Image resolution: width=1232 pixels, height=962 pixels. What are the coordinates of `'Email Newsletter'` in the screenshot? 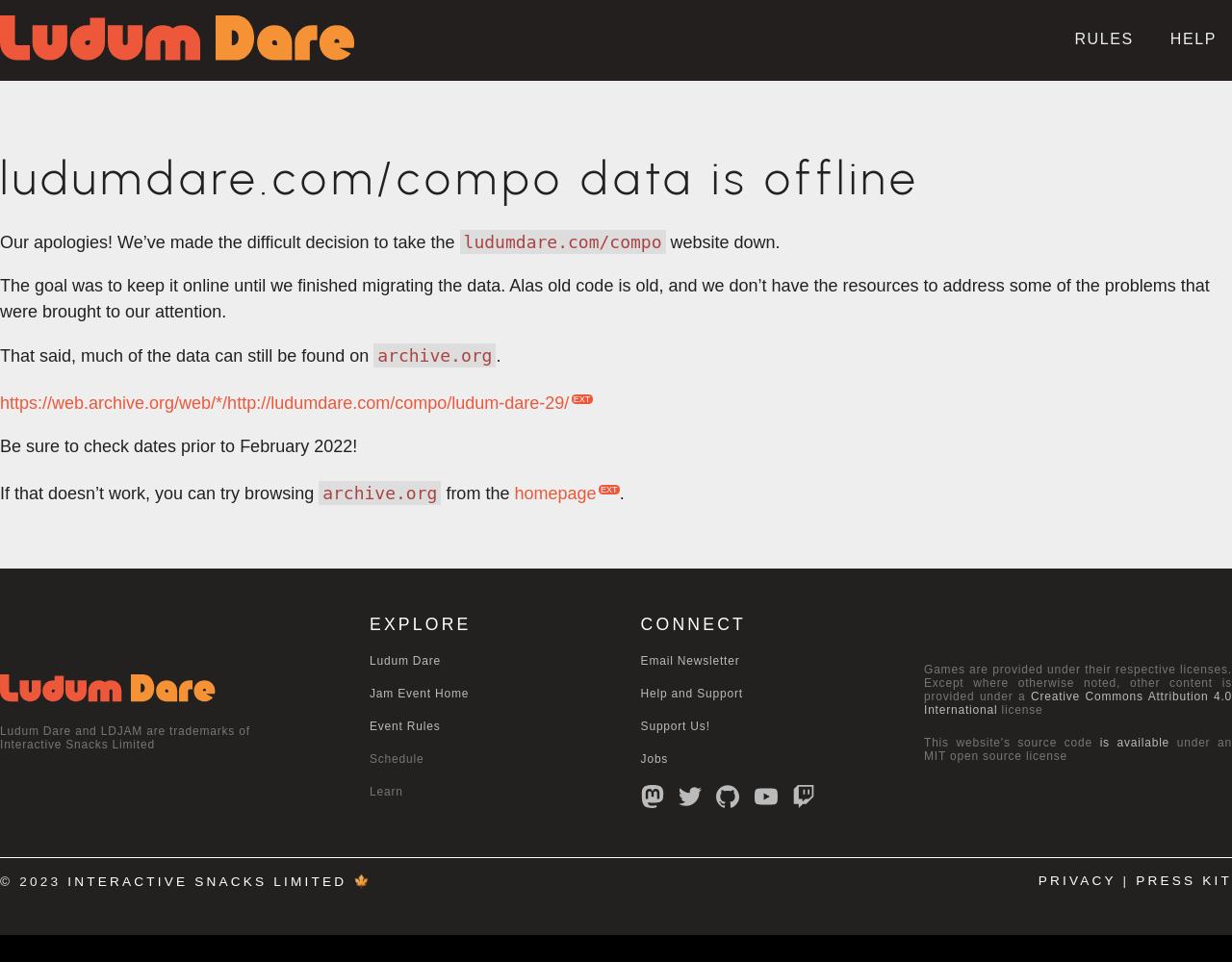 It's located at (689, 661).